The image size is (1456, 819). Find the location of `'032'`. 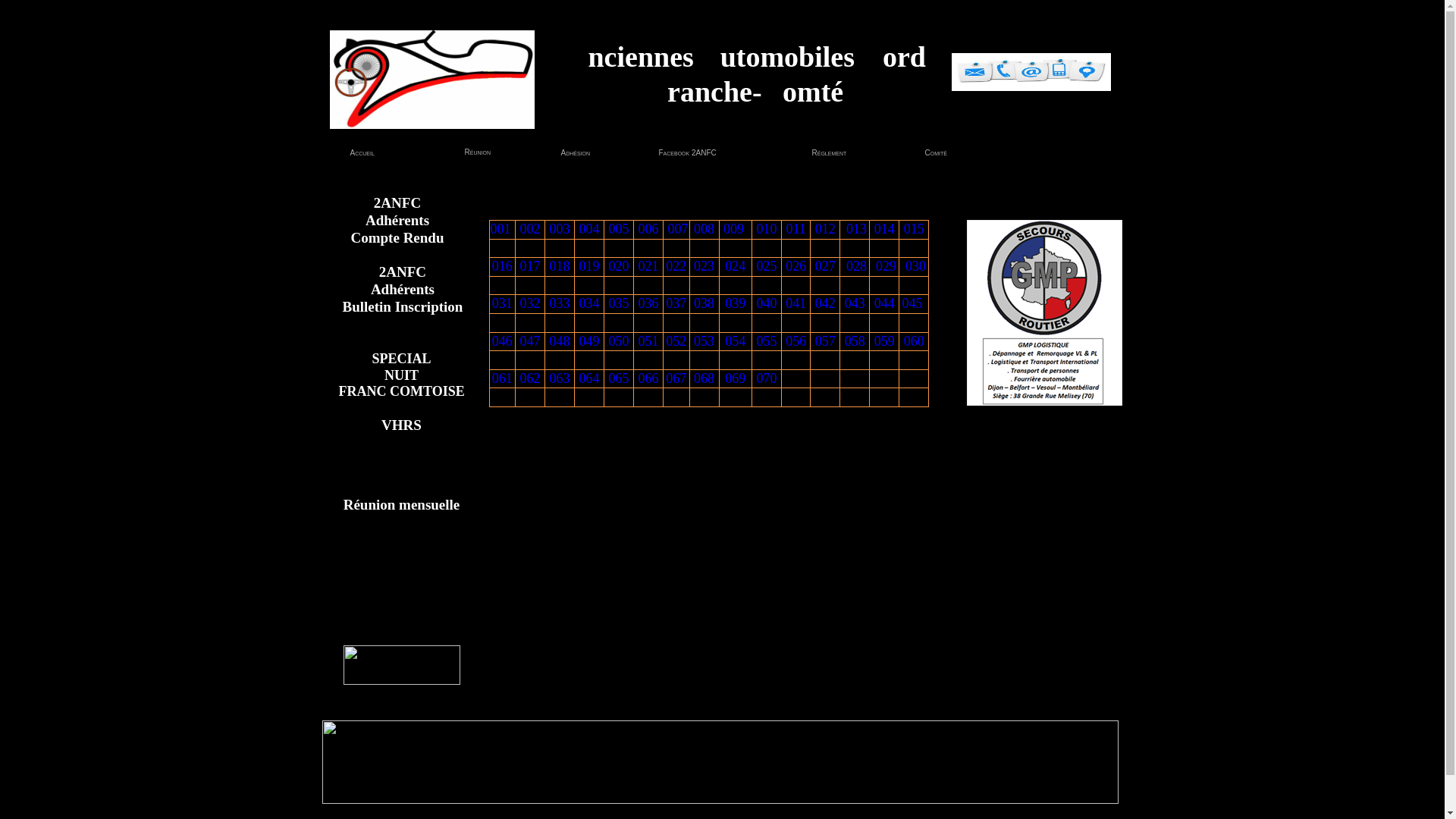

'032' is located at coordinates (530, 303).